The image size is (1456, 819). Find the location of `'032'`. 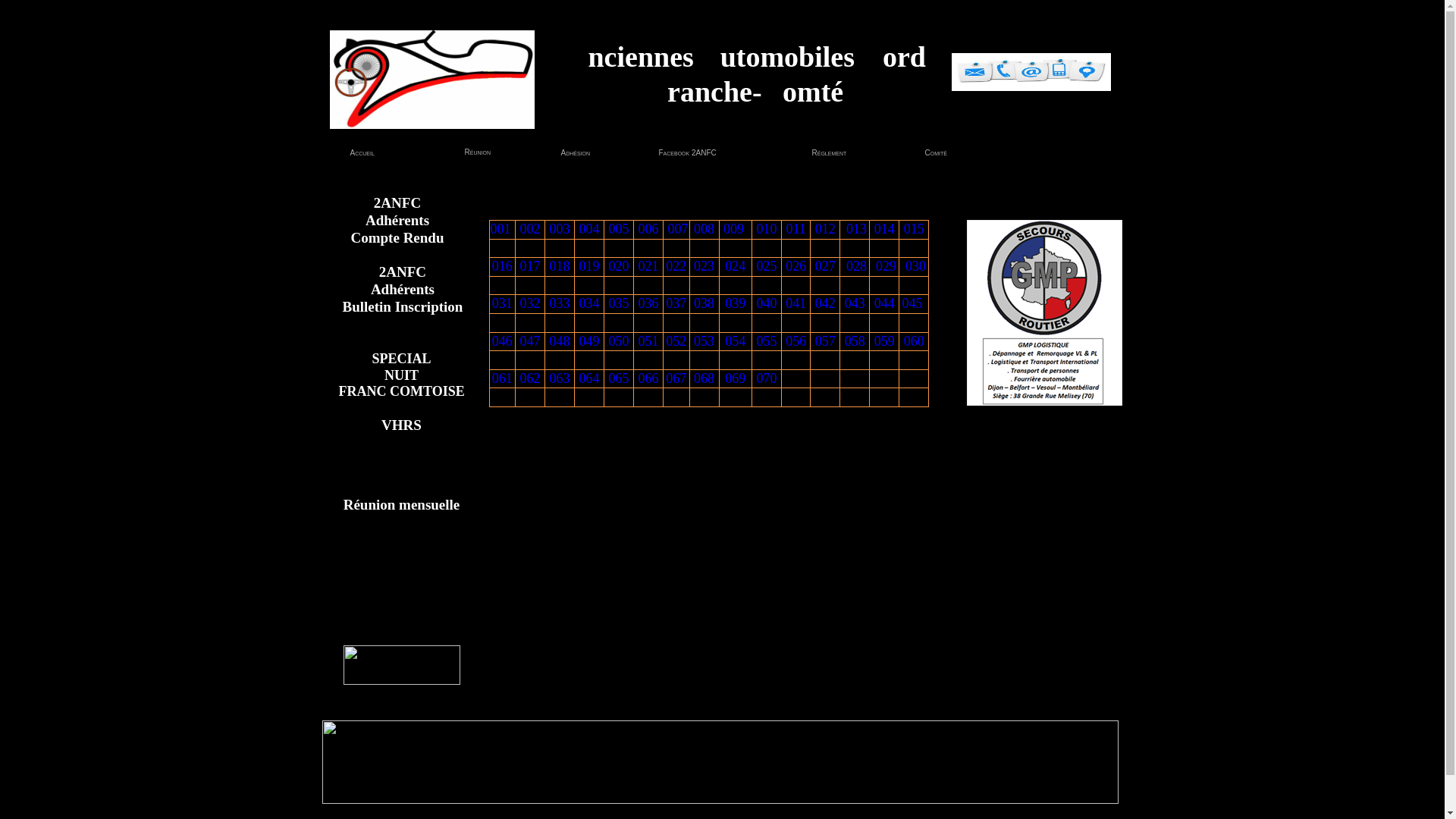

'032' is located at coordinates (530, 303).